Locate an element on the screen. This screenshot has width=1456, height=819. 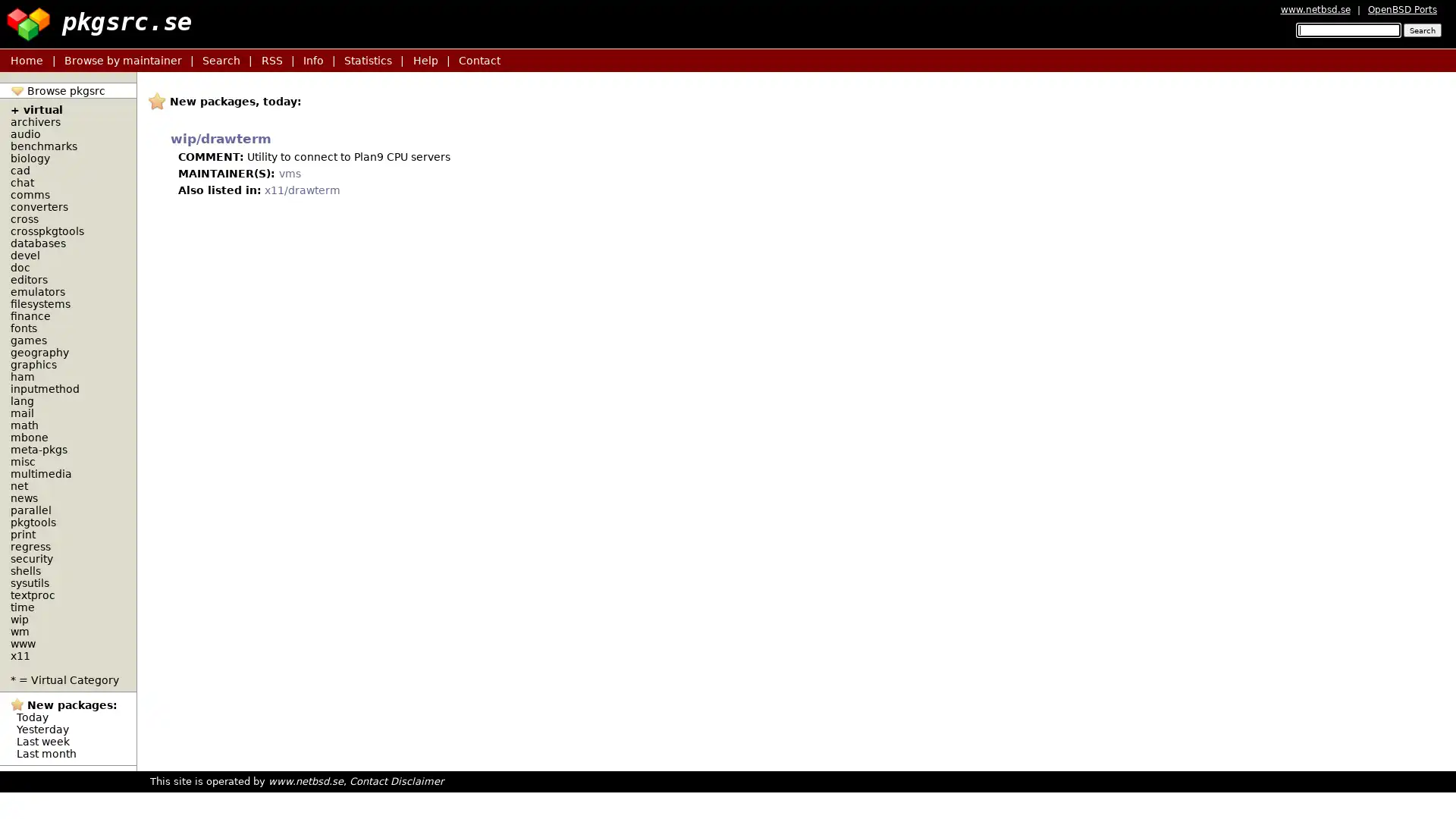
Search is located at coordinates (1421, 30).